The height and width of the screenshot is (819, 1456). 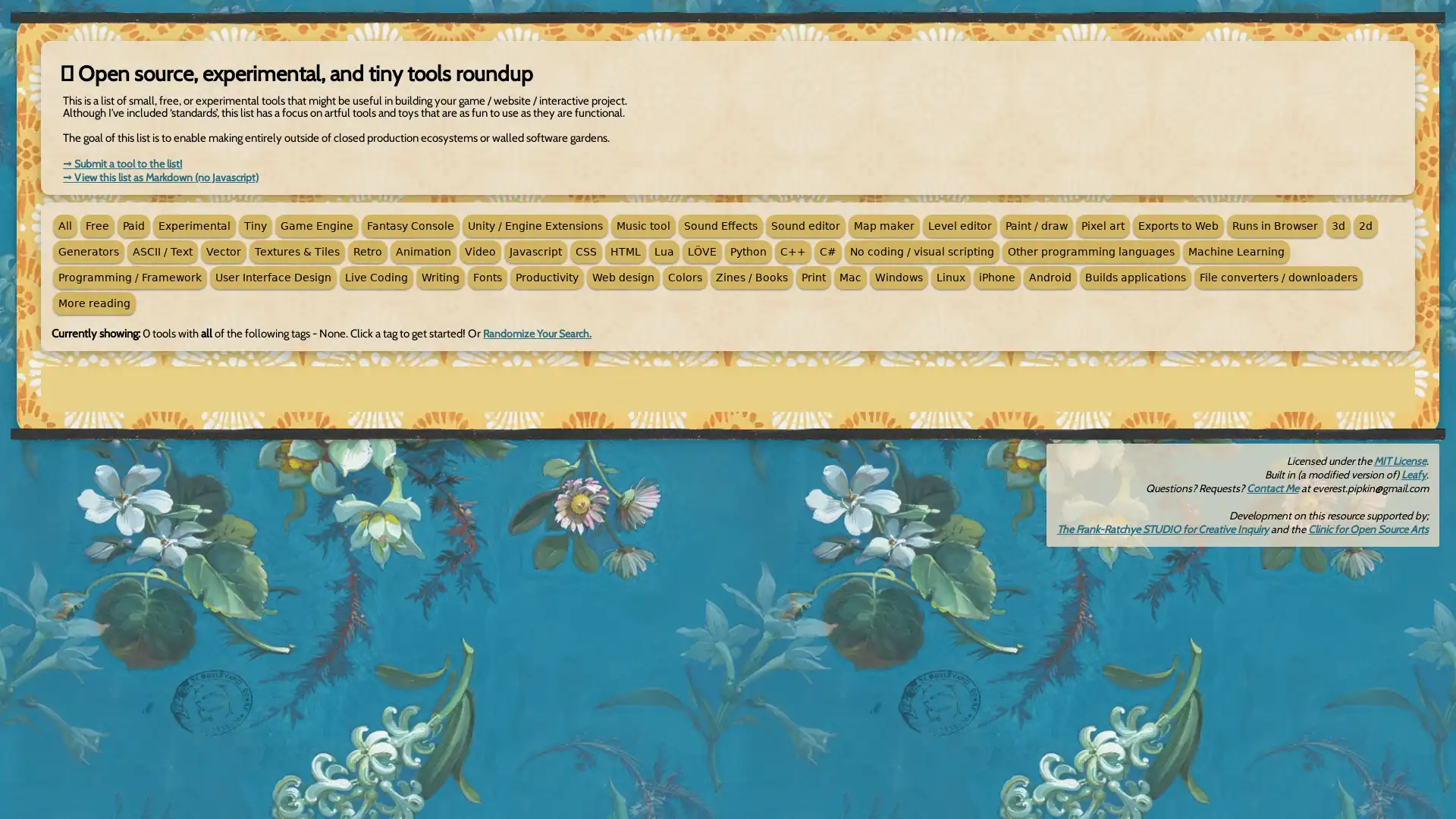 I want to click on Experimental, so click(x=193, y=225).